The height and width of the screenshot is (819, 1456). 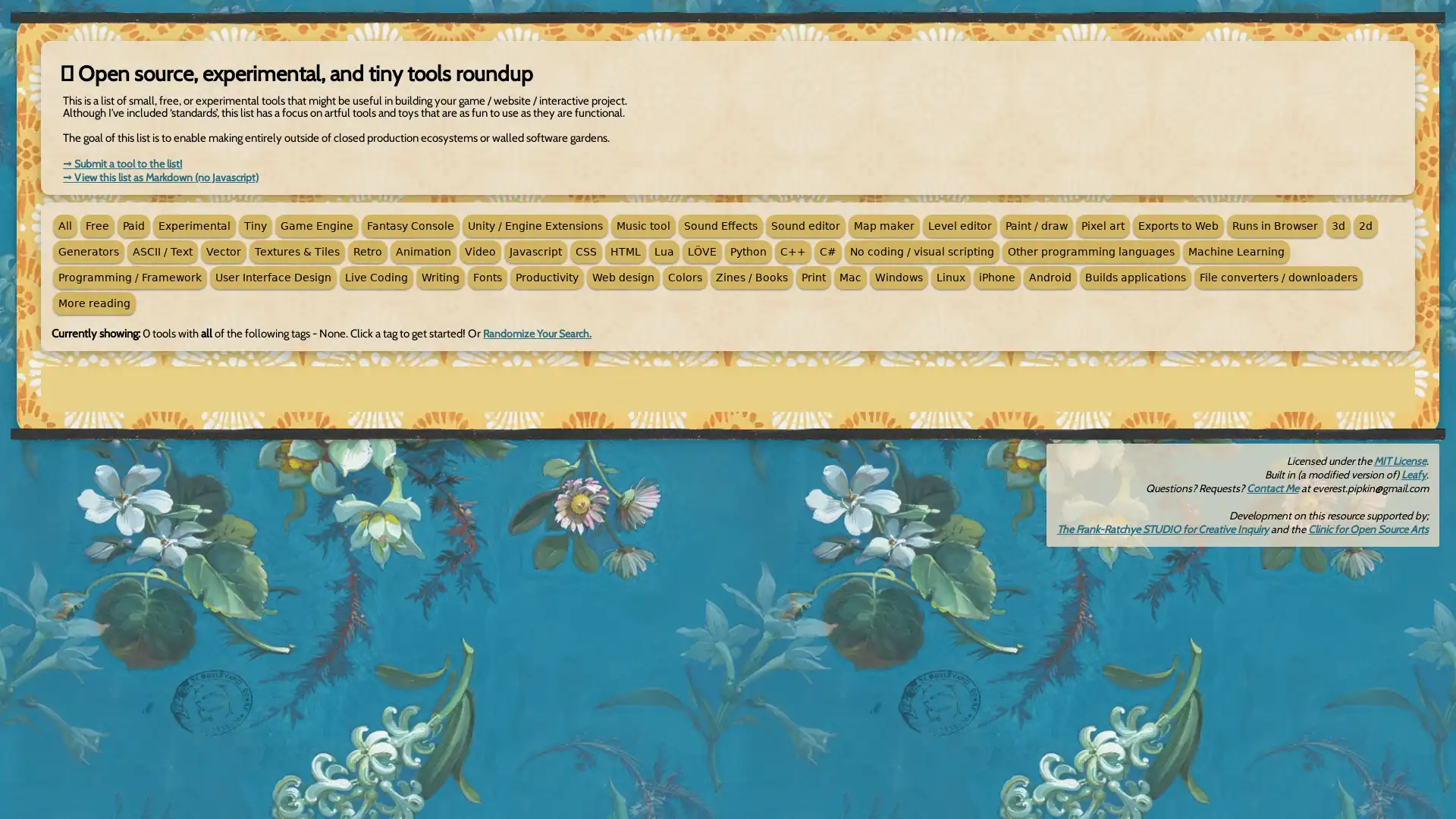 I want to click on Experimental, so click(x=193, y=225).